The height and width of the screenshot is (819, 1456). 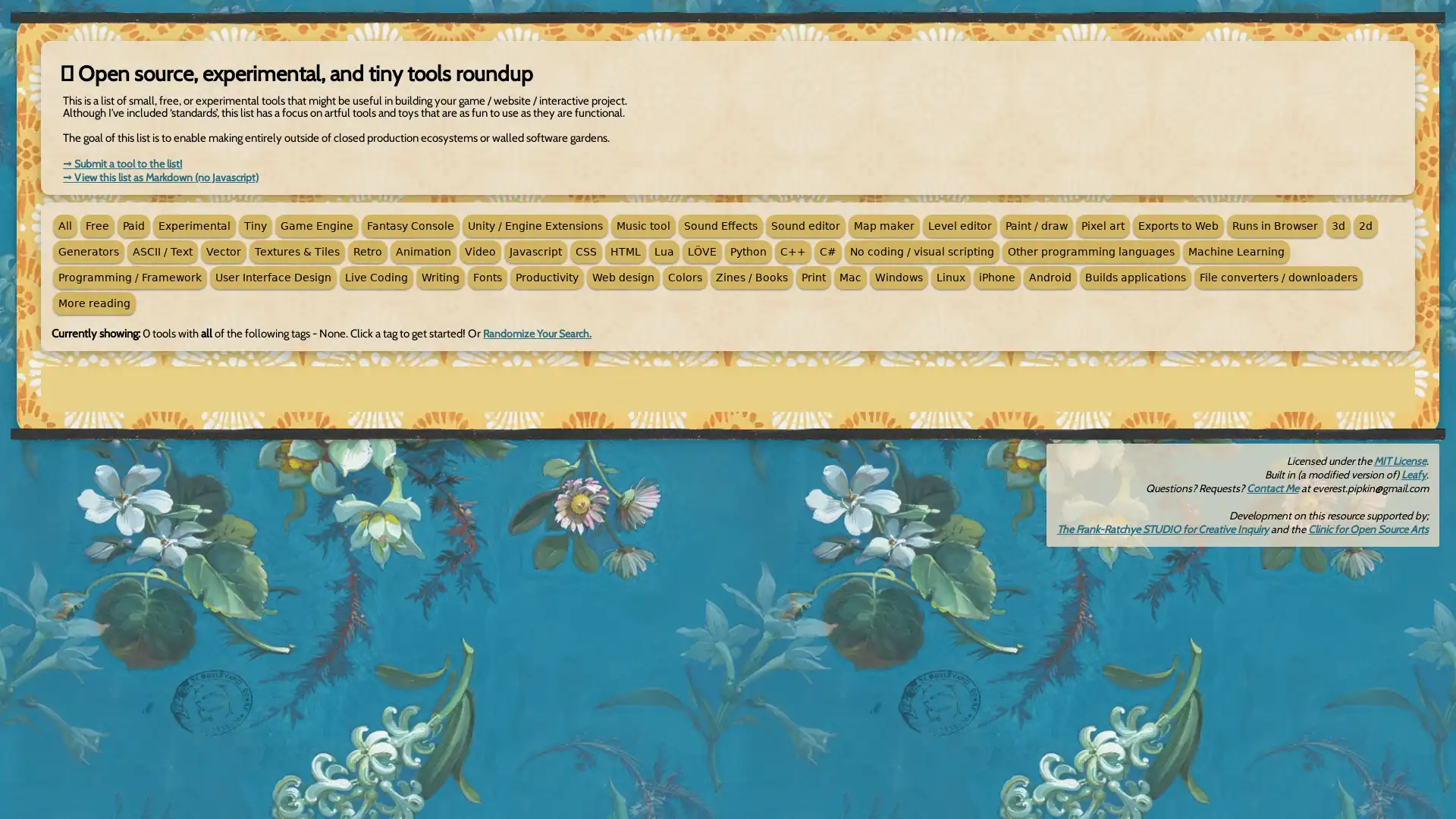 I want to click on Experimental, so click(x=193, y=225).